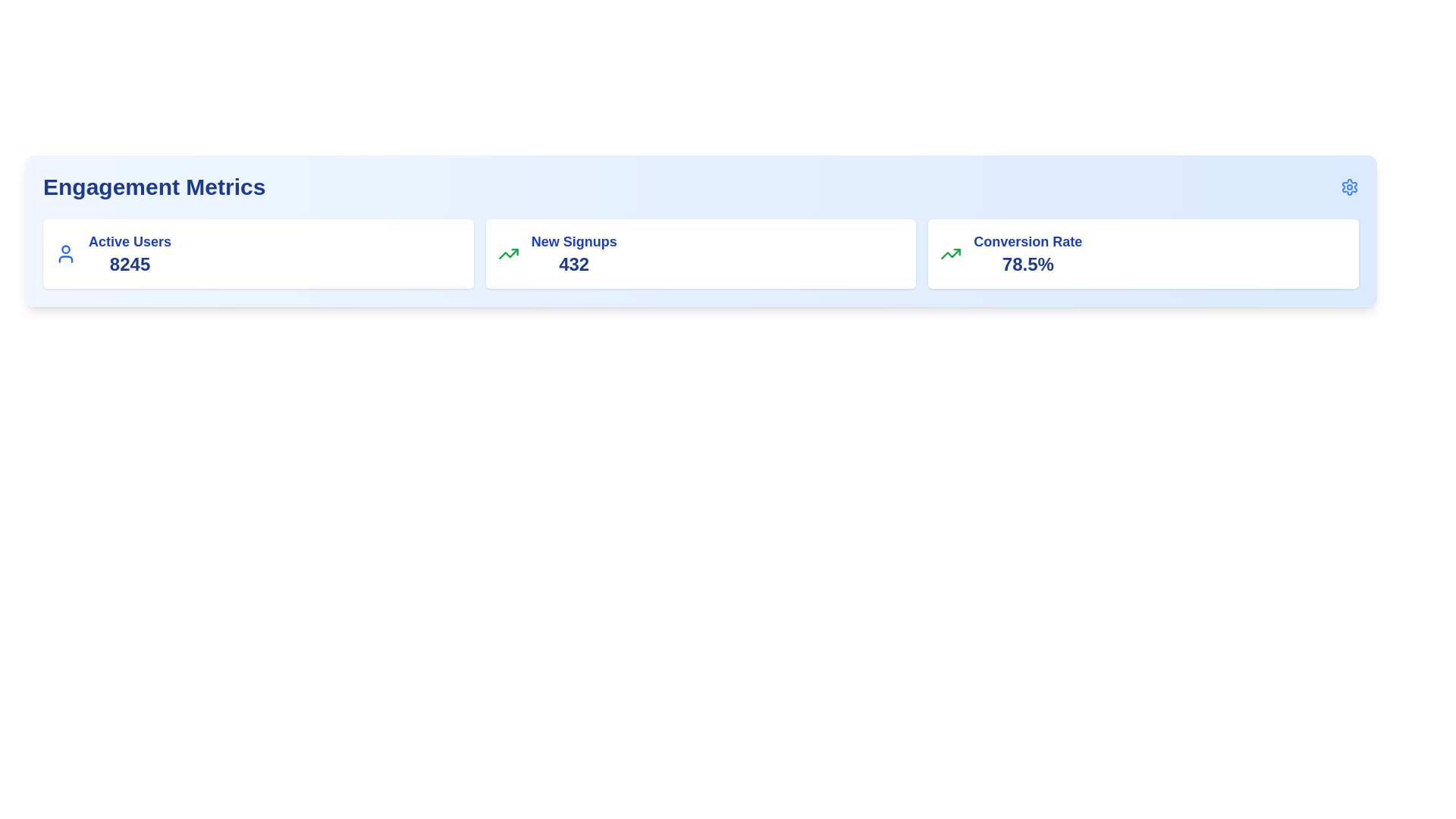  What do you see at coordinates (64, 248) in the screenshot?
I see `the small circle that represents the user's head within the user profile icon, located at the top-left corner of the 'Active Users' card in the metrics section` at bounding box center [64, 248].